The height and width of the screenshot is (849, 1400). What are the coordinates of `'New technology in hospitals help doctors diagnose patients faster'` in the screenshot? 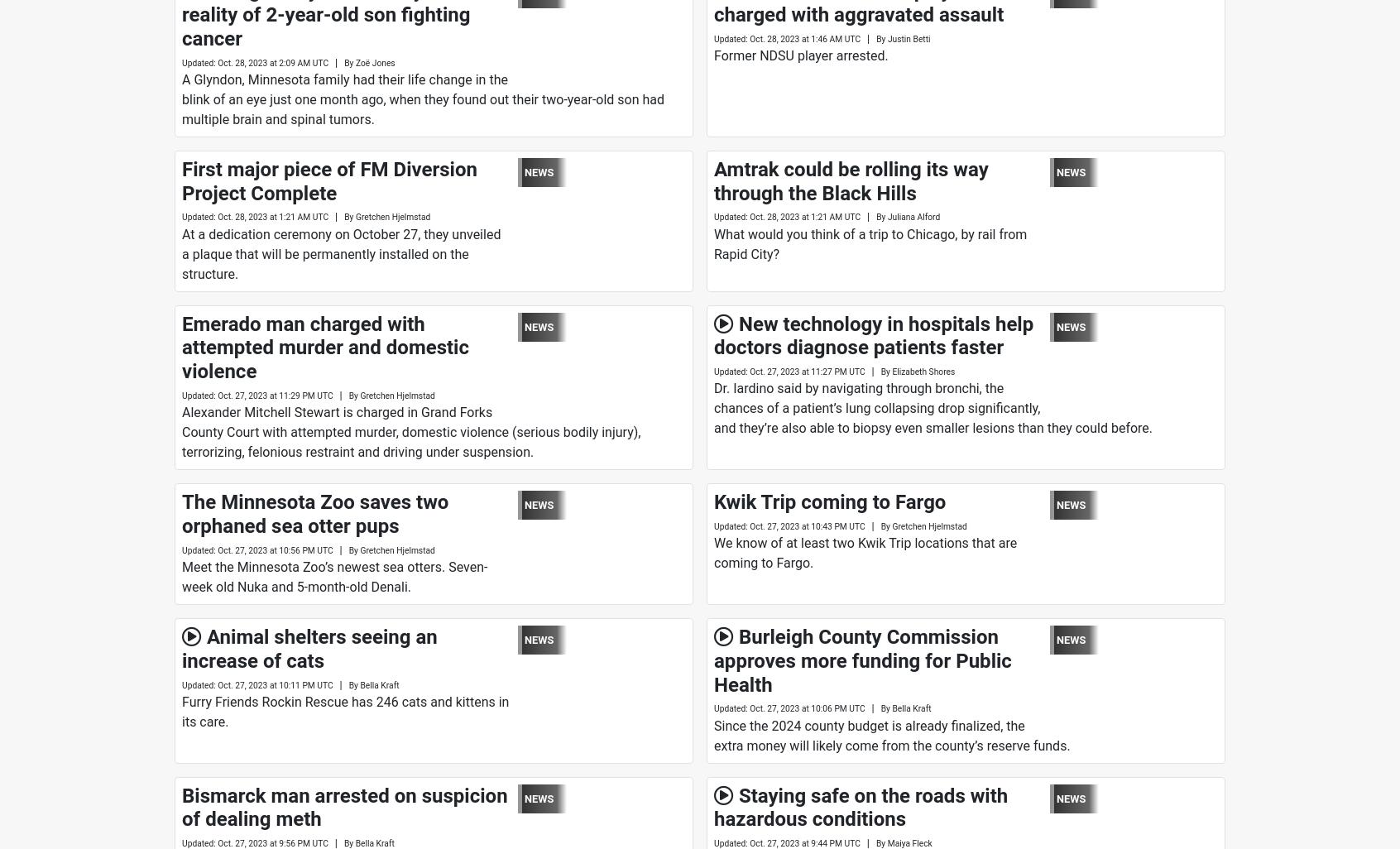 It's located at (872, 334).